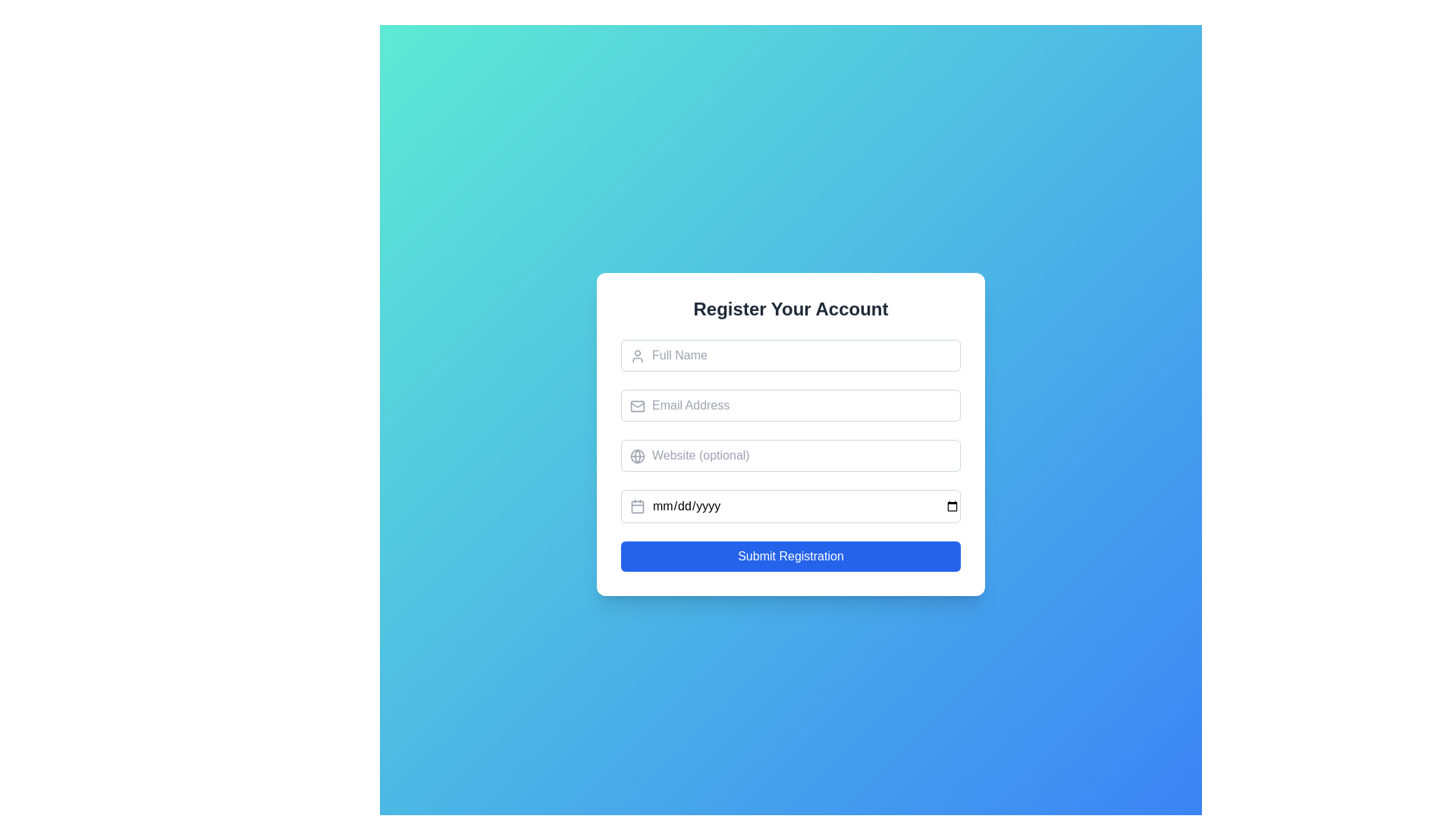 The width and height of the screenshot is (1456, 819). I want to click on the SVG circle component that is part of a globe-themed icon in the top-left corner of the 'Website (optional)' input field, so click(637, 455).